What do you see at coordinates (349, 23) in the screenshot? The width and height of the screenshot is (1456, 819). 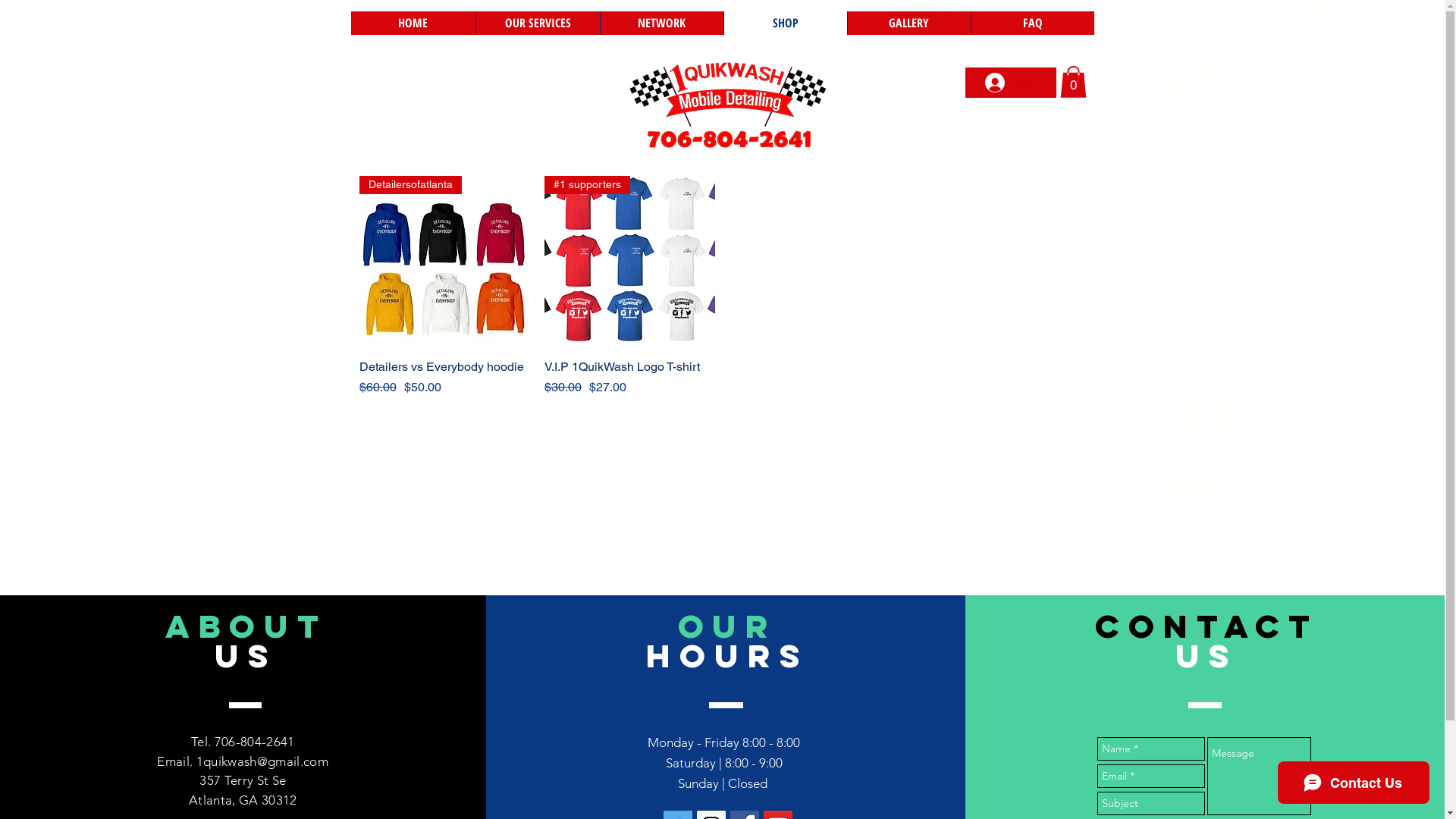 I see `'HOME'` at bounding box center [349, 23].